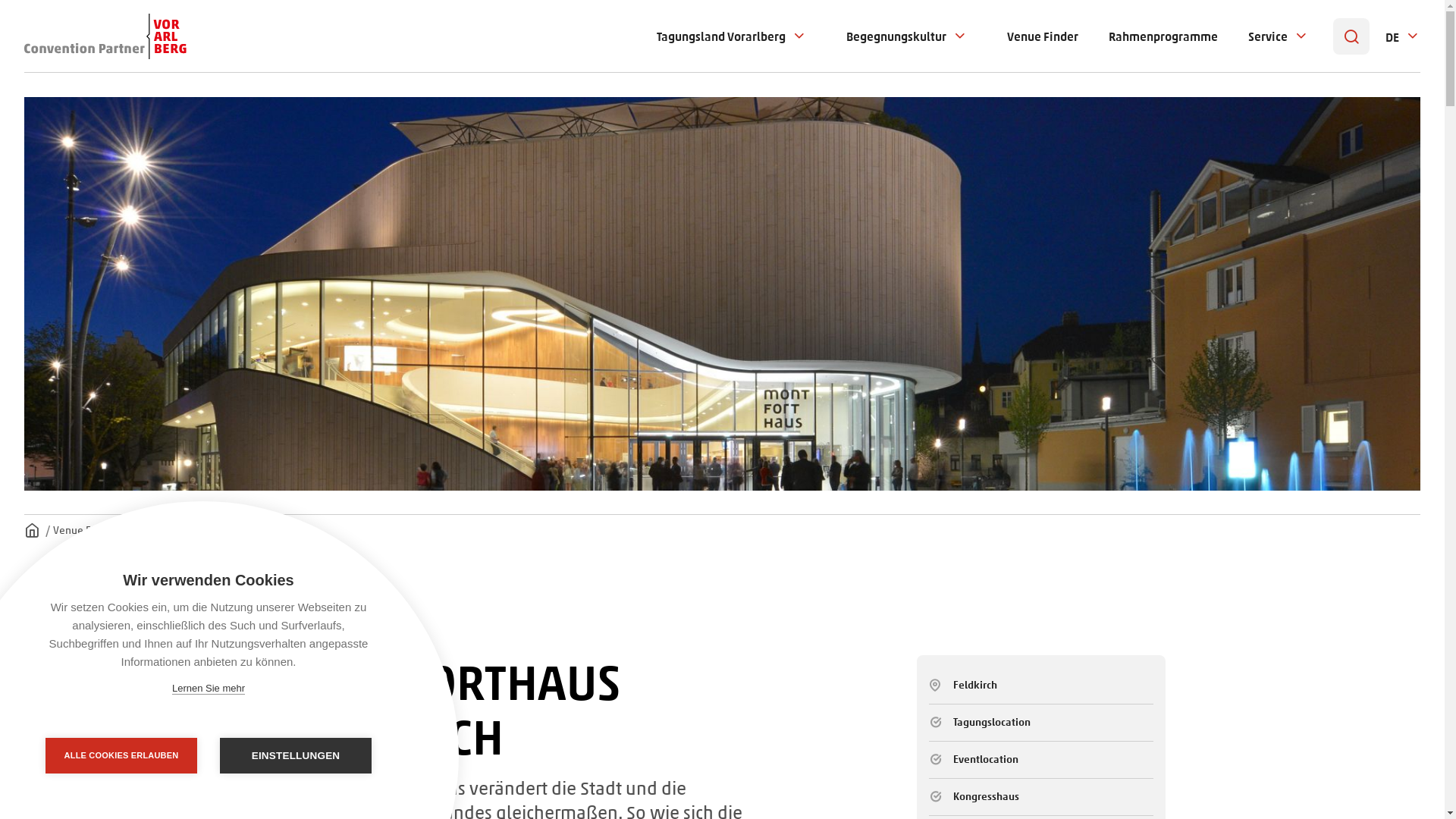  What do you see at coordinates (1267, 35) in the screenshot?
I see `'Service'` at bounding box center [1267, 35].